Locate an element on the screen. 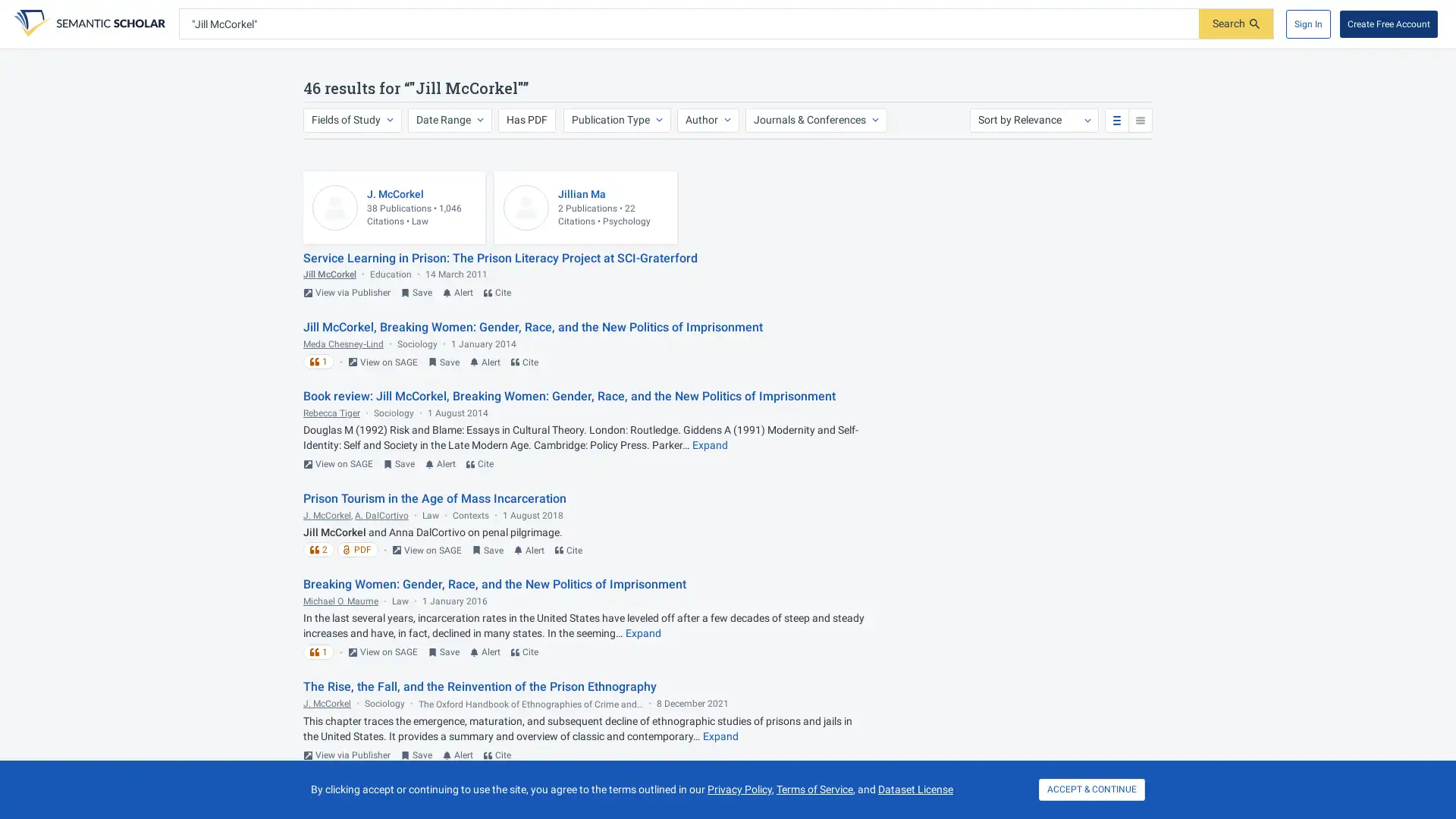 Image resolution: width=1456 pixels, height=819 pixels. Turn on email alert for this paper is located at coordinates (484, 651).